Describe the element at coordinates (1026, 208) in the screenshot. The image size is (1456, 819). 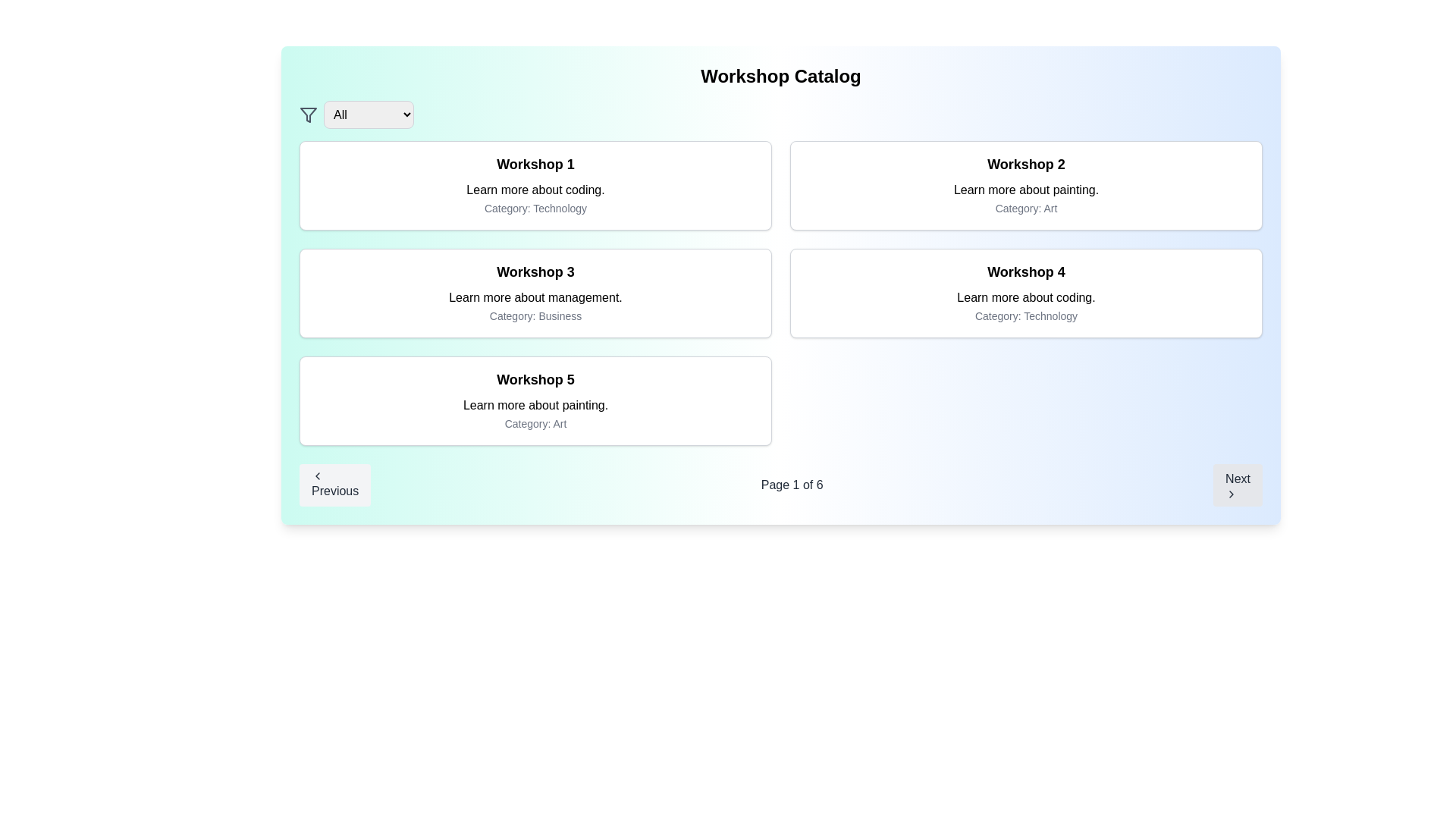
I see `text label that categorizes the content of 'Workshop 2', positioned centrally at the bottom of the workshop card` at that location.